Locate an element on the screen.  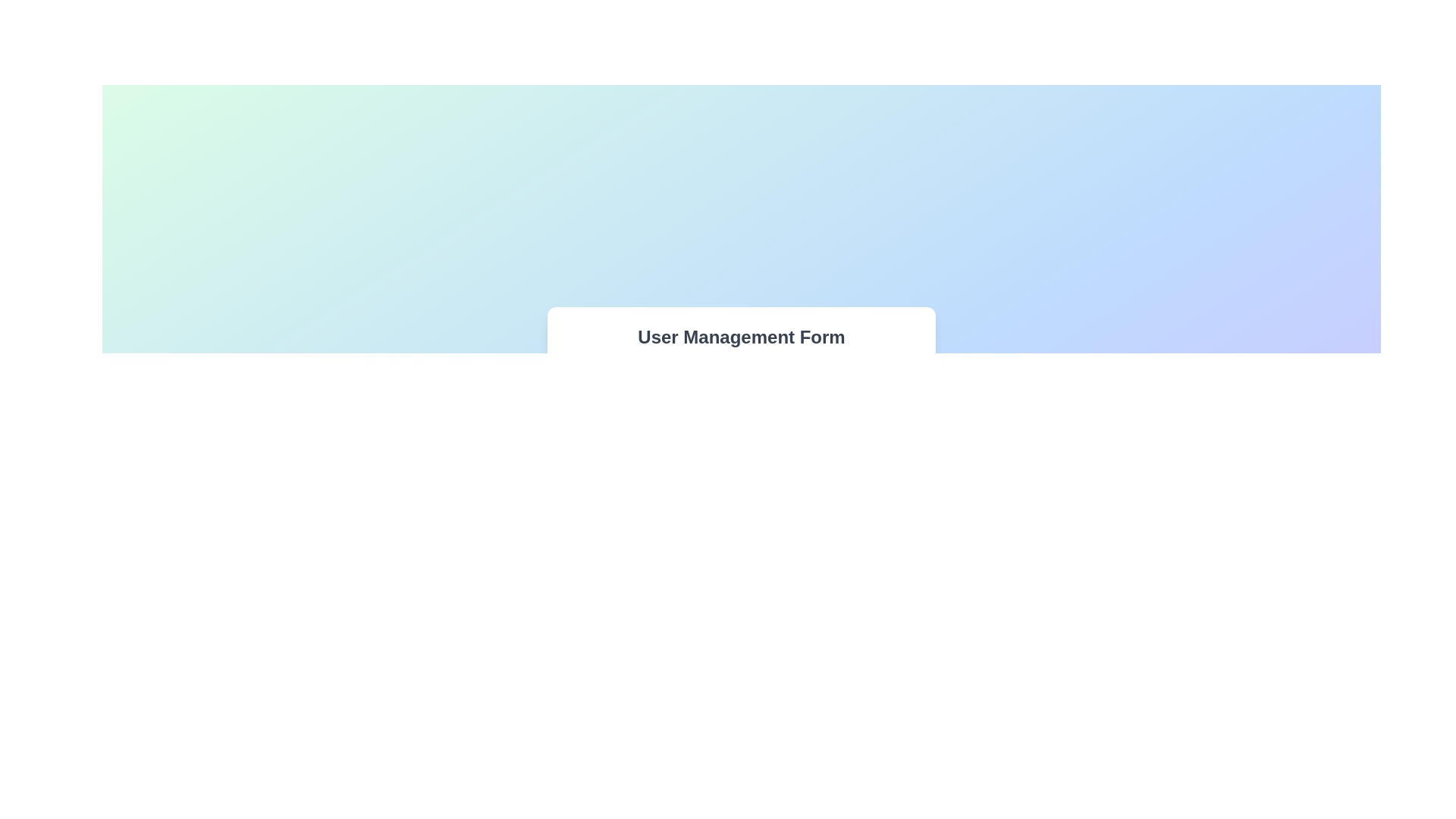
the Text label or header which serves as the heading for the form or section, located at the top of the form card layout is located at coordinates (742, 335).